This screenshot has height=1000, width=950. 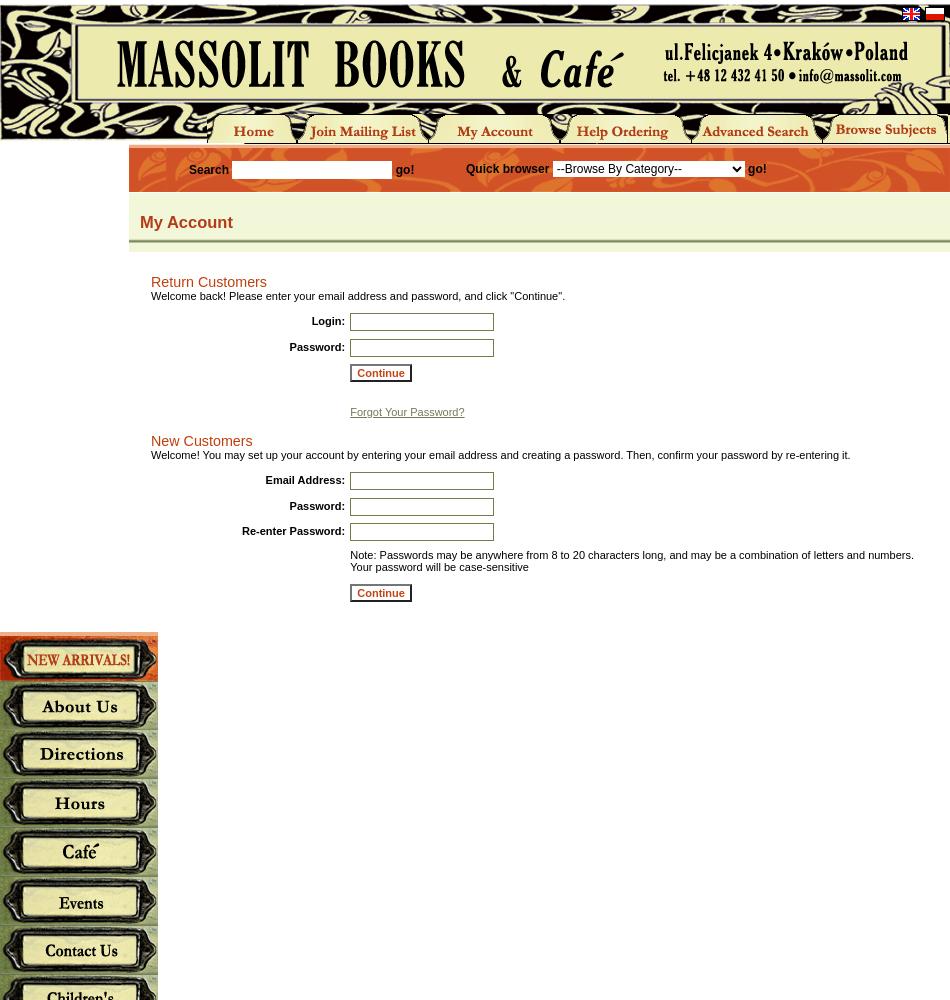 I want to click on 'Directions', so click(x=78, y=753).